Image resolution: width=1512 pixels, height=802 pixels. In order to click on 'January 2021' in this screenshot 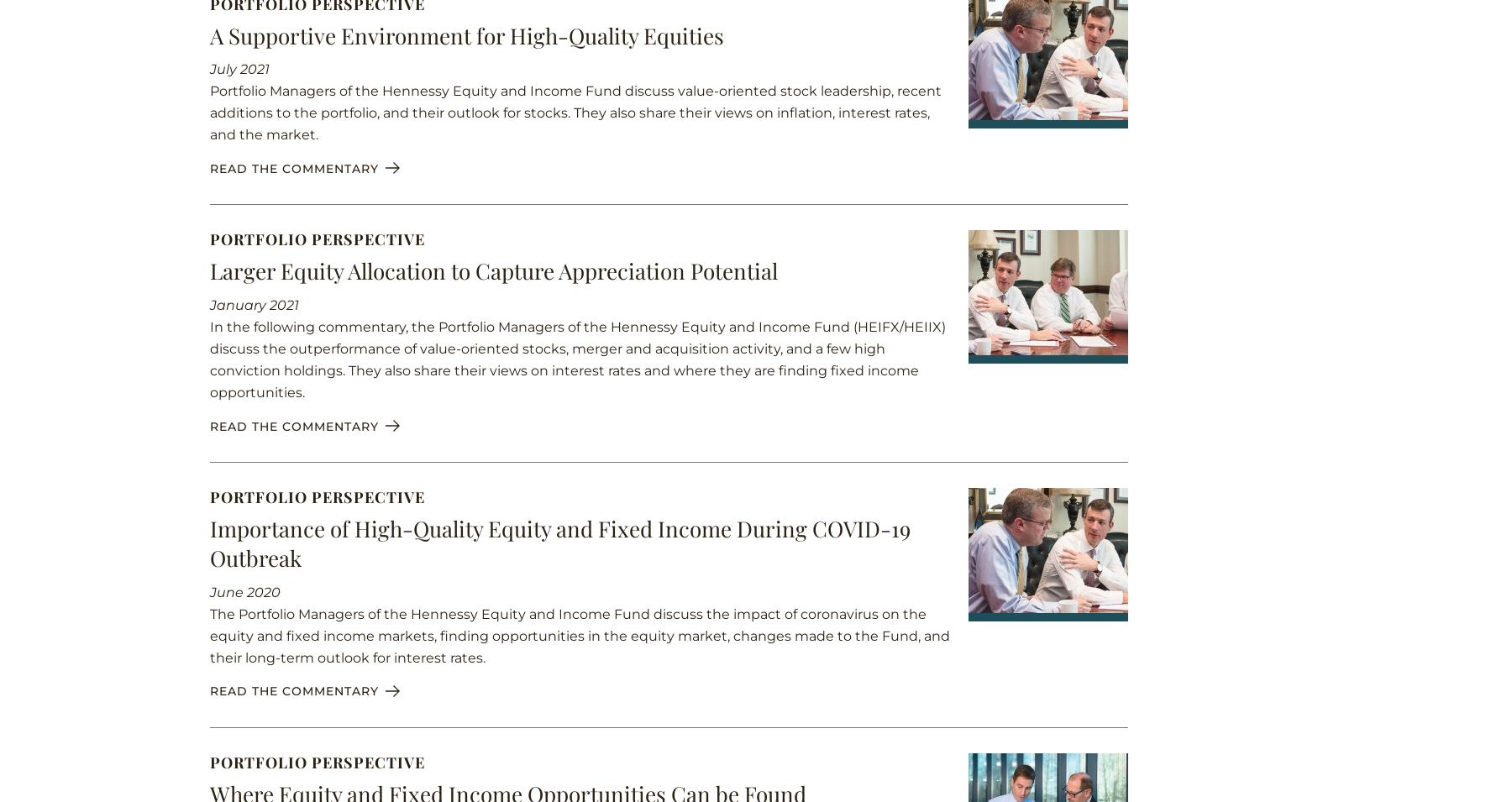, I will do `click(253, 304)`.